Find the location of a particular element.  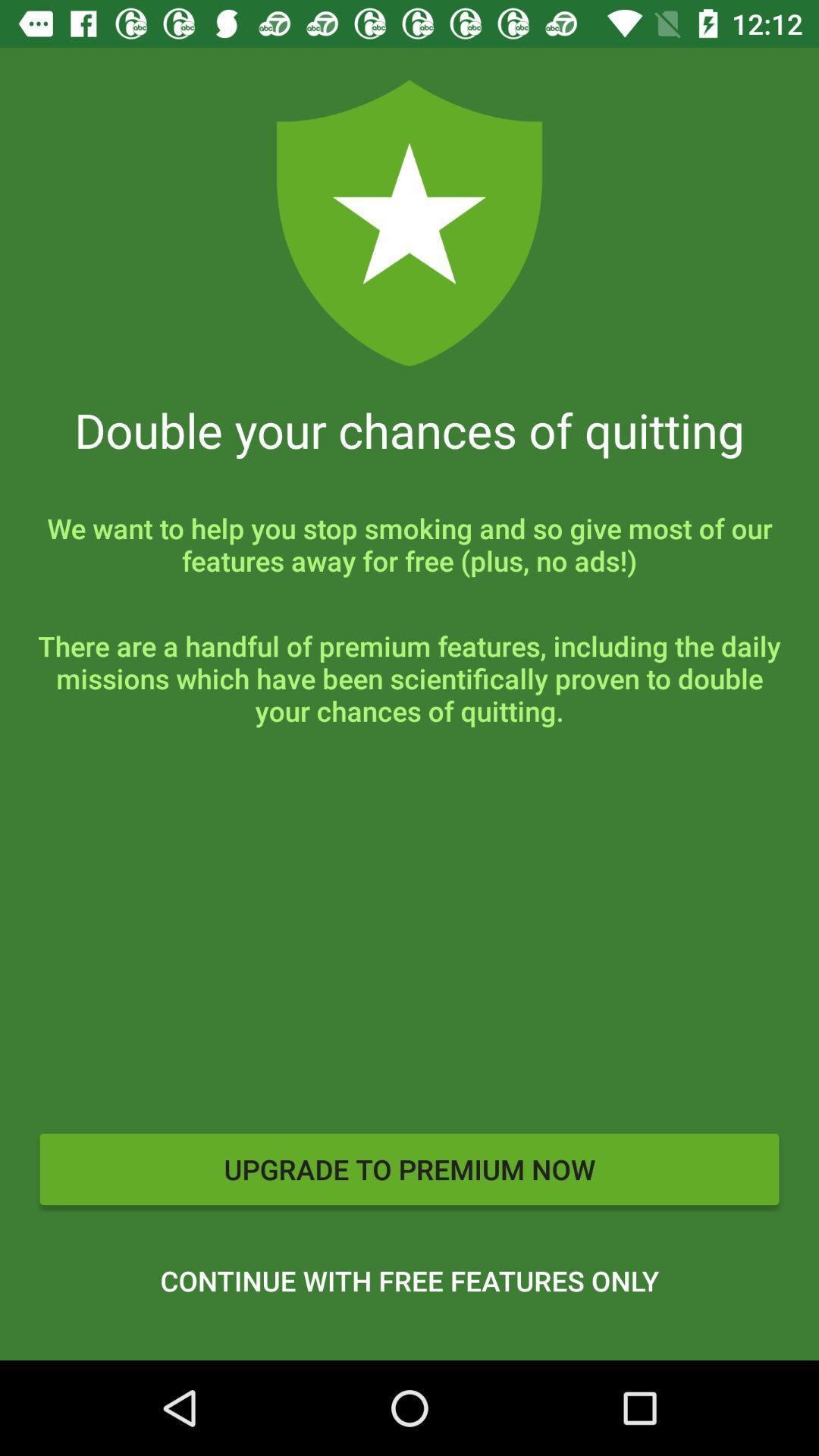

the icon below upgrade to premium icon is located at coordinates (409, 1280).